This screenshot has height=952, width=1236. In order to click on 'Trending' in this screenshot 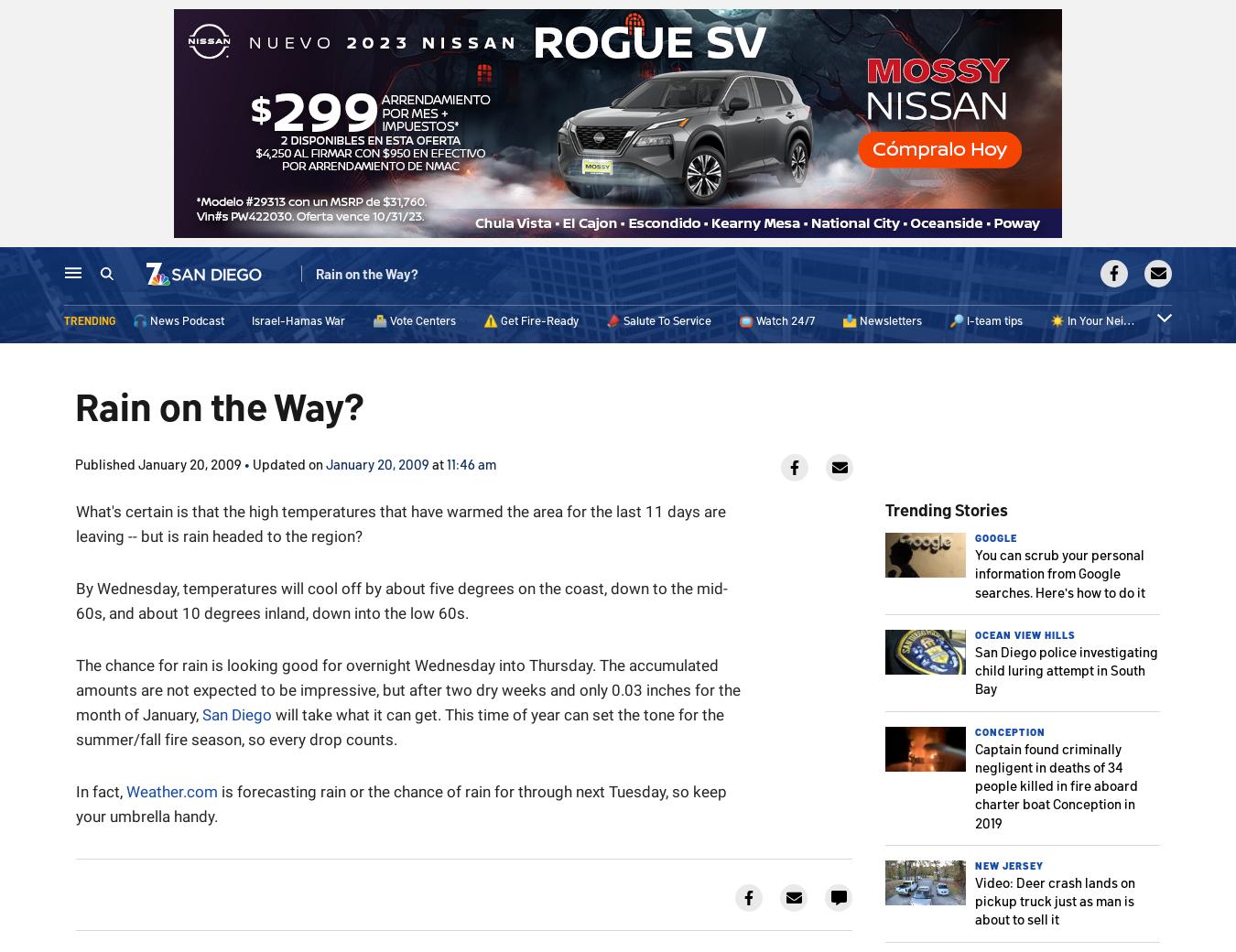, I will do `click(89, 323)`.